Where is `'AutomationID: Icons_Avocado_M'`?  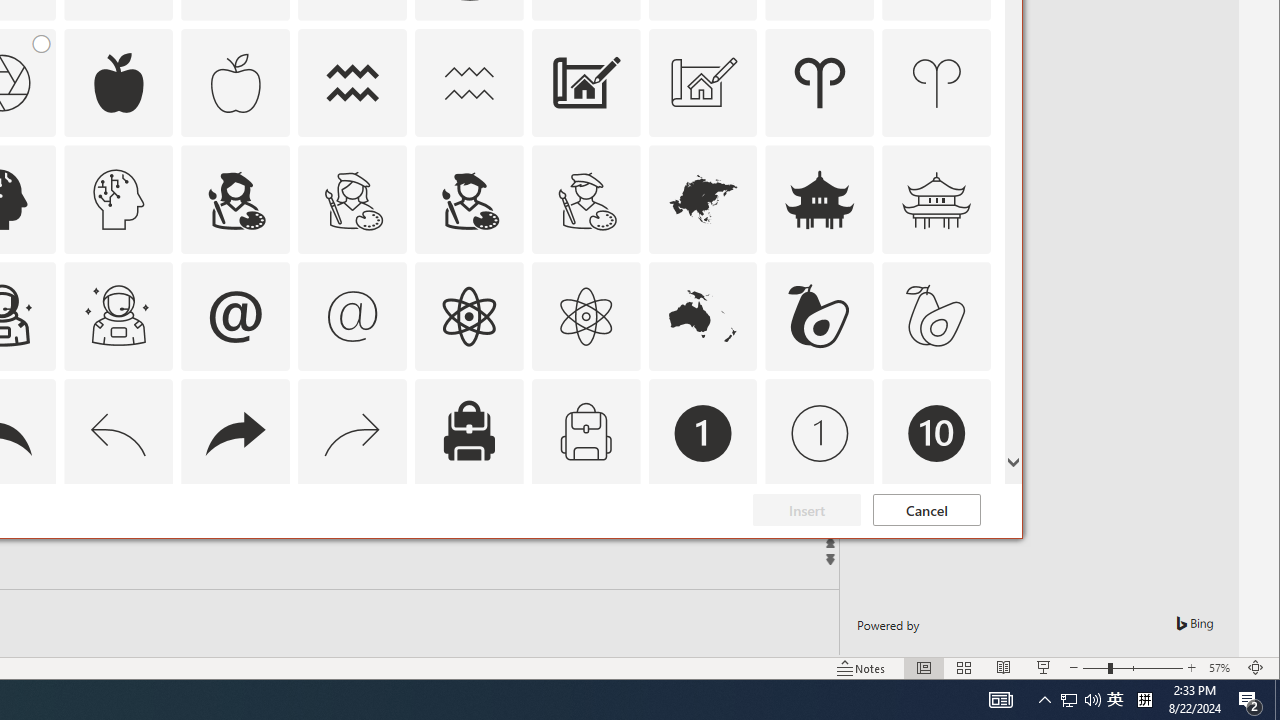
'AutomationID: Icons_Avocado_M' is located at coordinates (935, 315).